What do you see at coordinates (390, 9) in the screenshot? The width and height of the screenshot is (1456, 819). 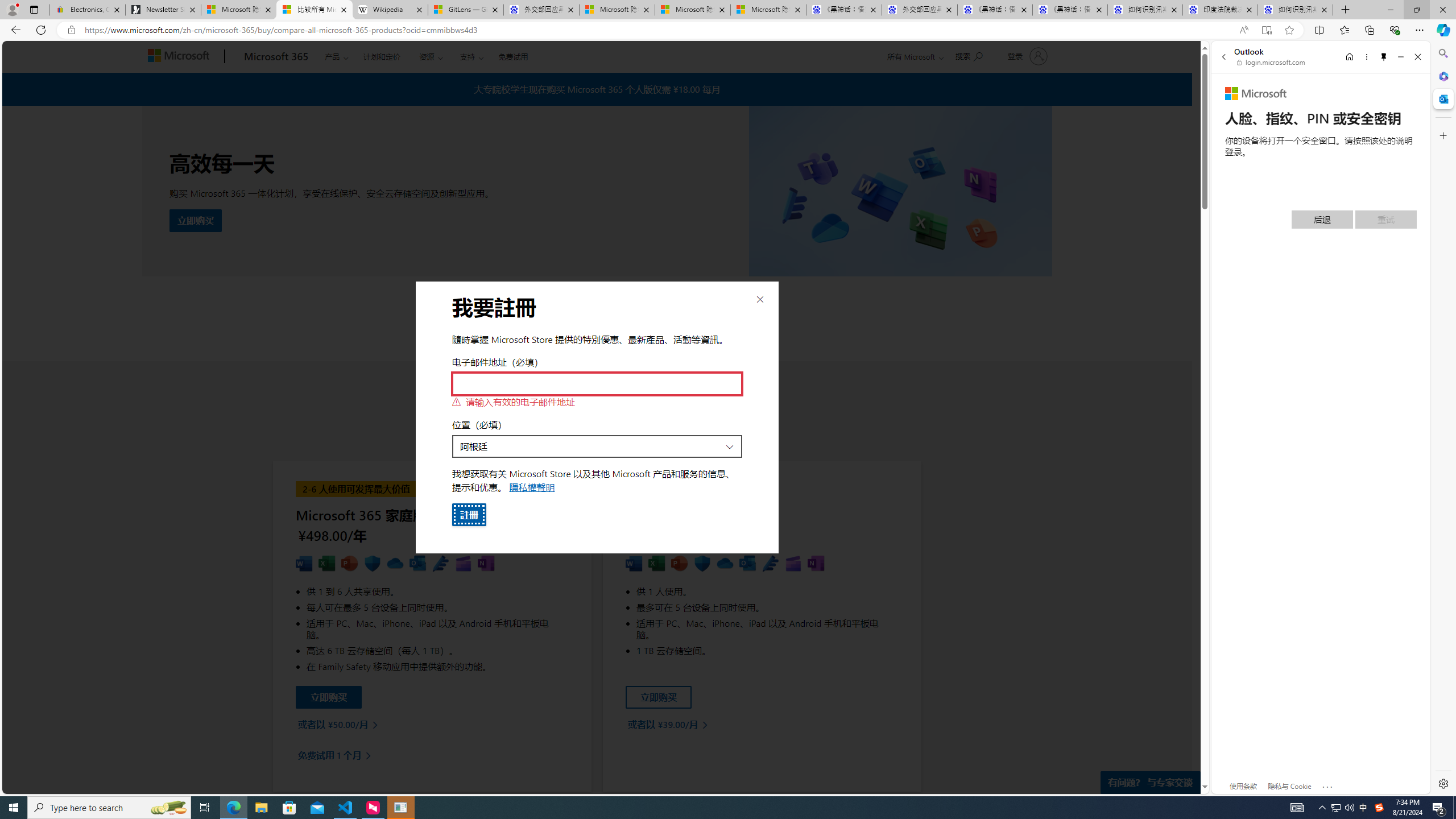 I see `'Wikipedia'` at bounding box center [390, 9].